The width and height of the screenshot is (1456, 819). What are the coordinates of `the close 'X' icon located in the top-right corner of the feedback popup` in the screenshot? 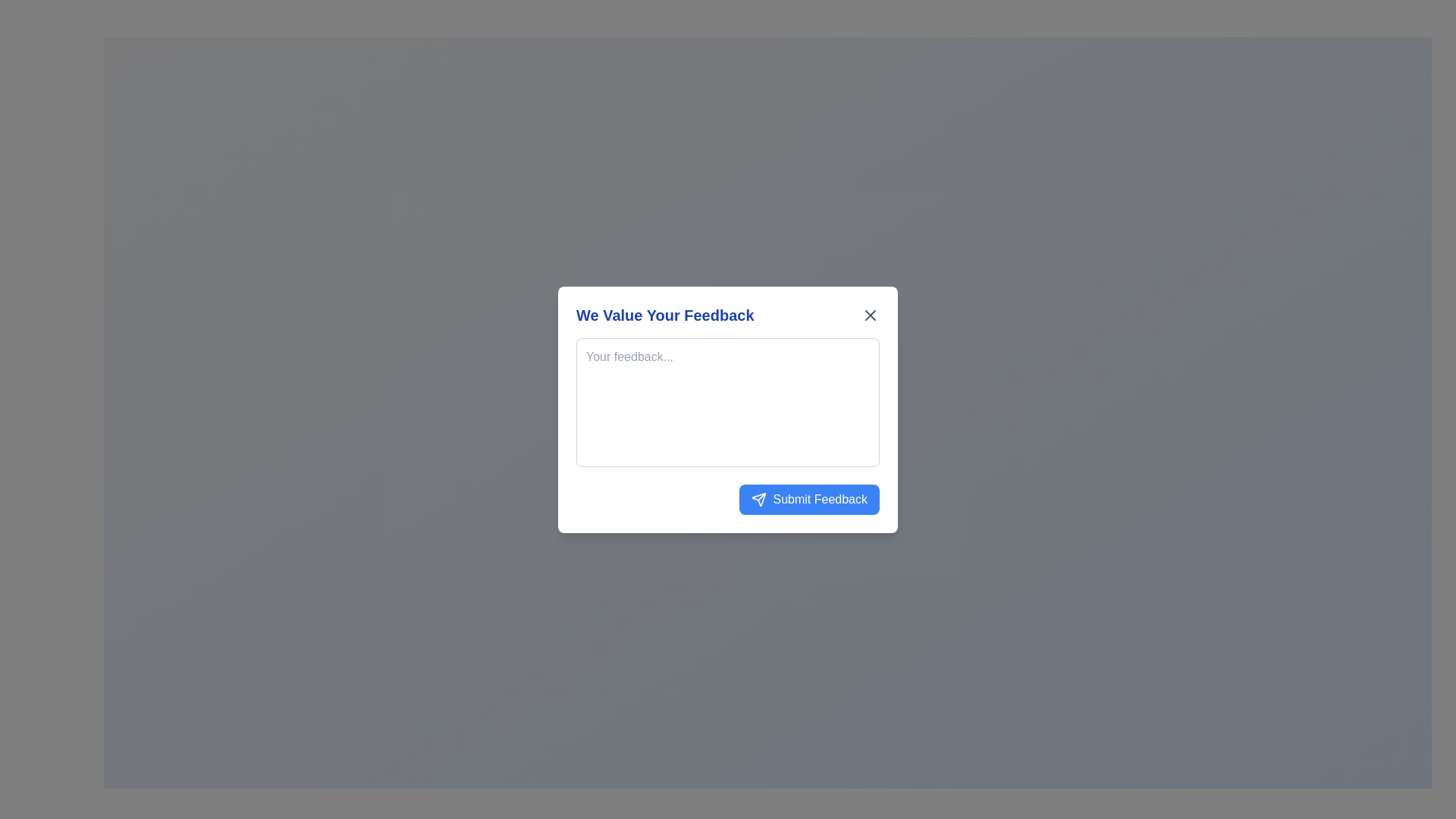 It's located at (870, 314).